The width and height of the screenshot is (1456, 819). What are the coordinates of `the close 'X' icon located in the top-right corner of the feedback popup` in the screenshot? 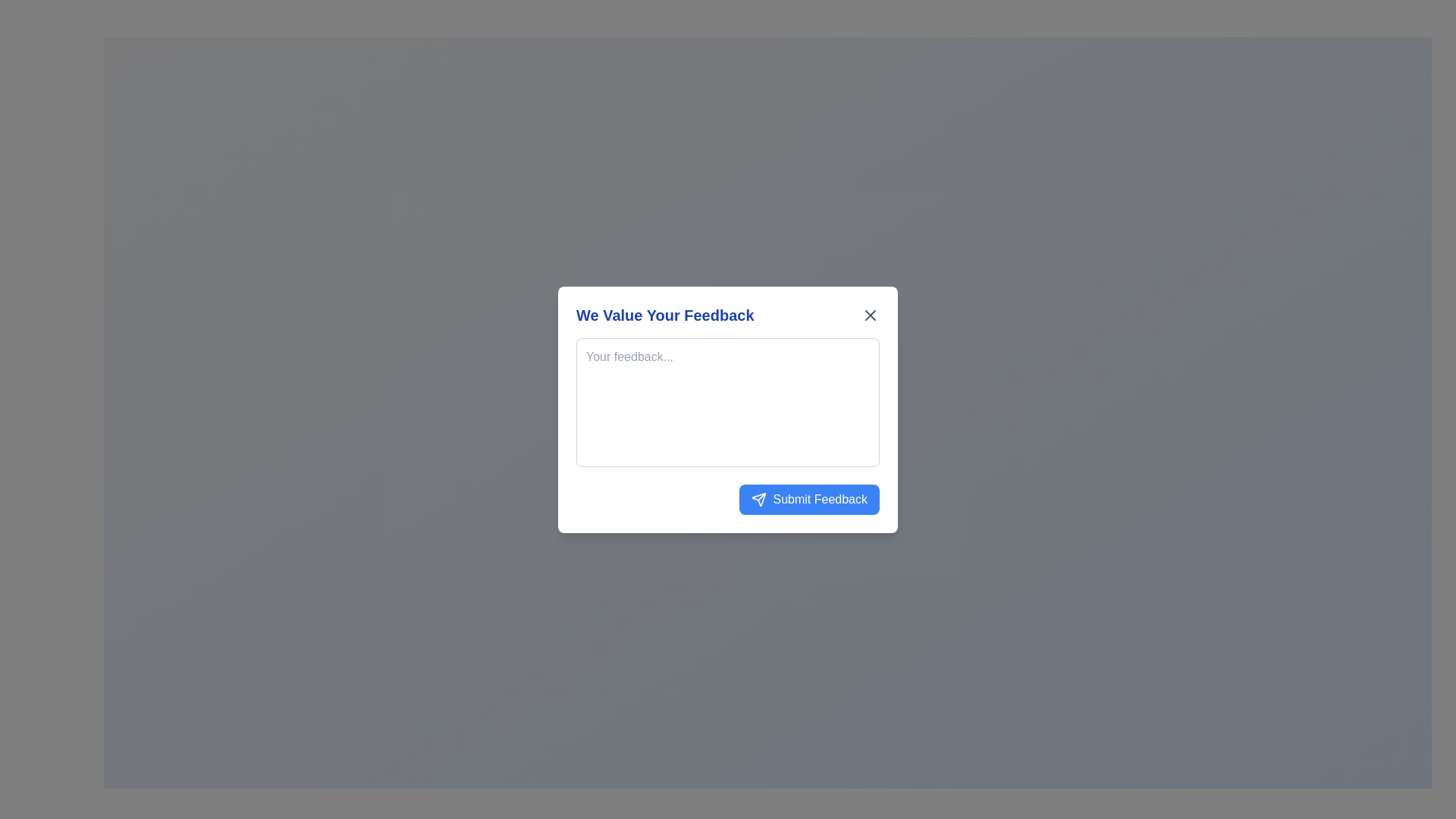 It's located at (870, 314).